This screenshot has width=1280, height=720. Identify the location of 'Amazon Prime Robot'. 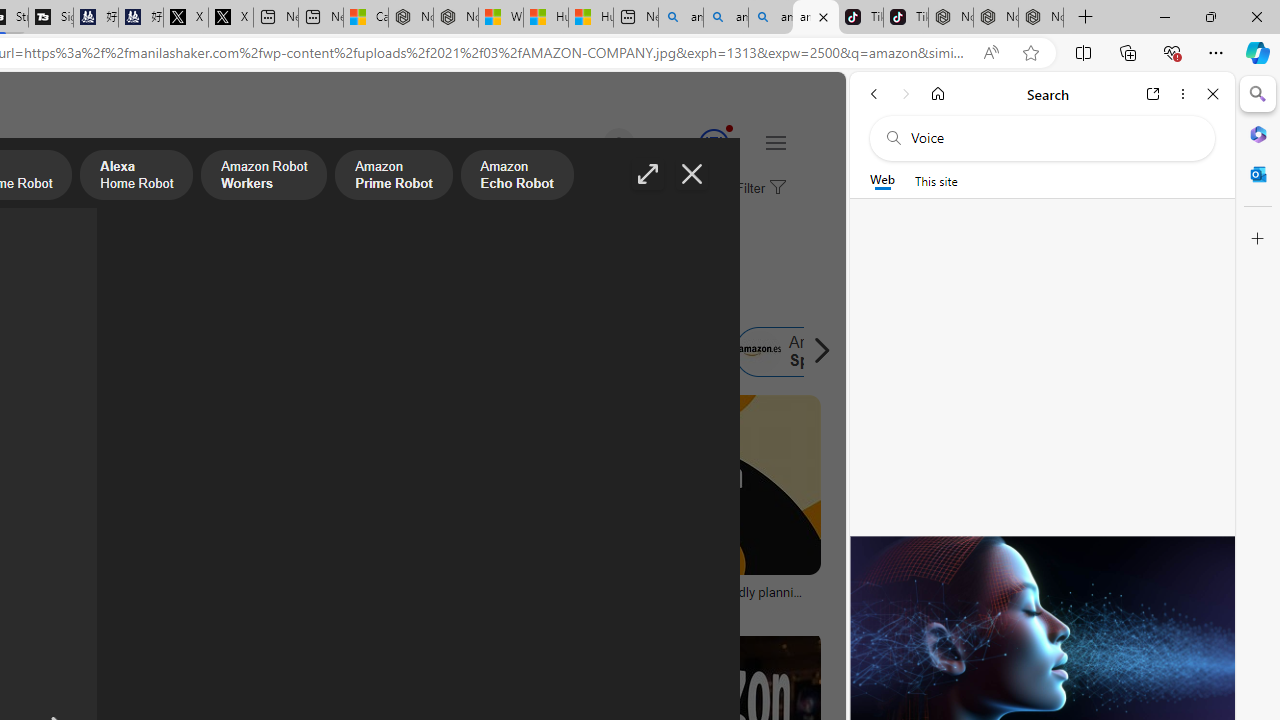
(394, 176).